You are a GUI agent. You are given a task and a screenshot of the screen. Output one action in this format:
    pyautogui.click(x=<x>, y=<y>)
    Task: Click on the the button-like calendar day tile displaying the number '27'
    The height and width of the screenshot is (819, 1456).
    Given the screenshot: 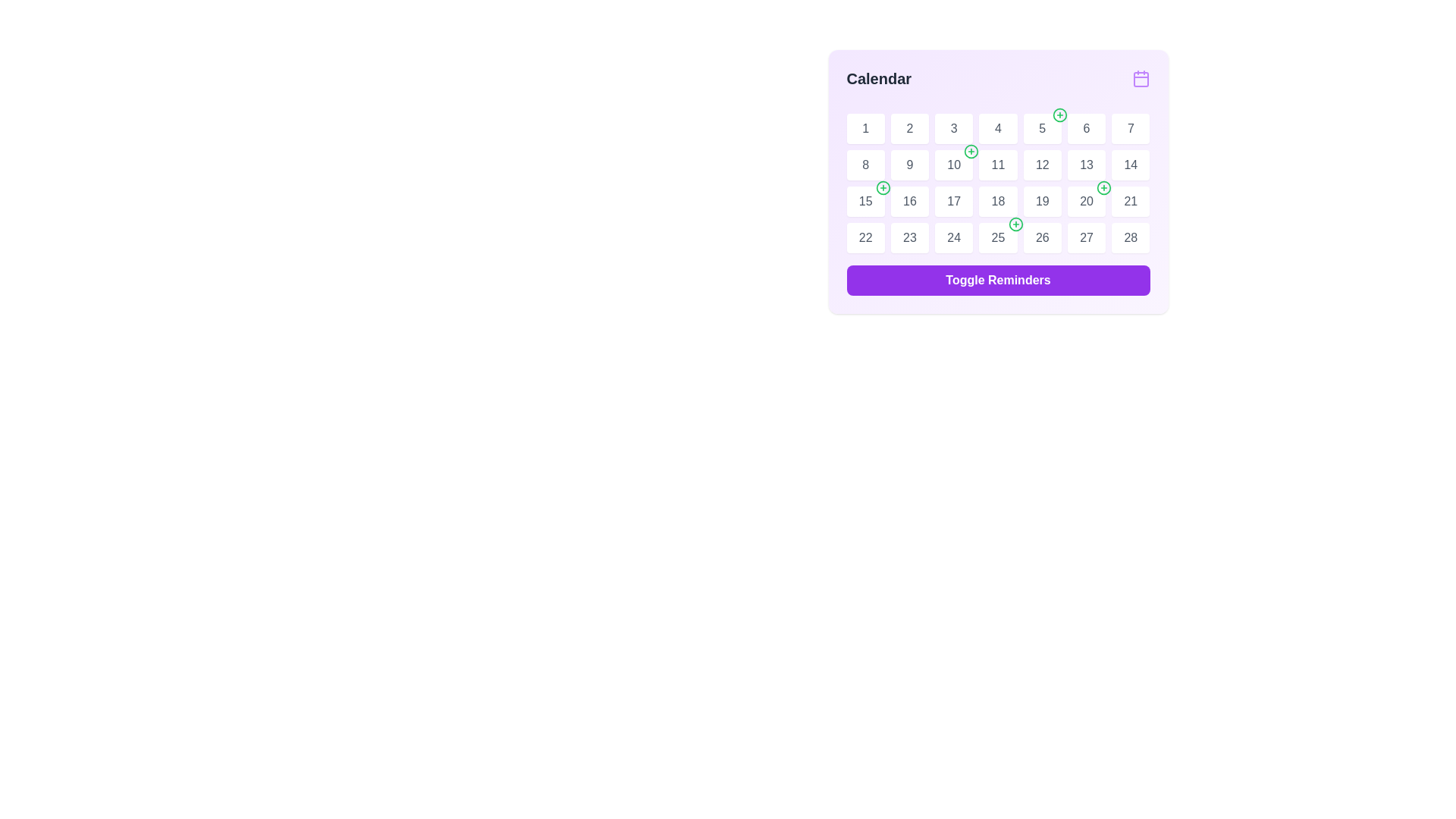 What is the action you would take?
    pyautogui.click(x=1086, y=237)
    